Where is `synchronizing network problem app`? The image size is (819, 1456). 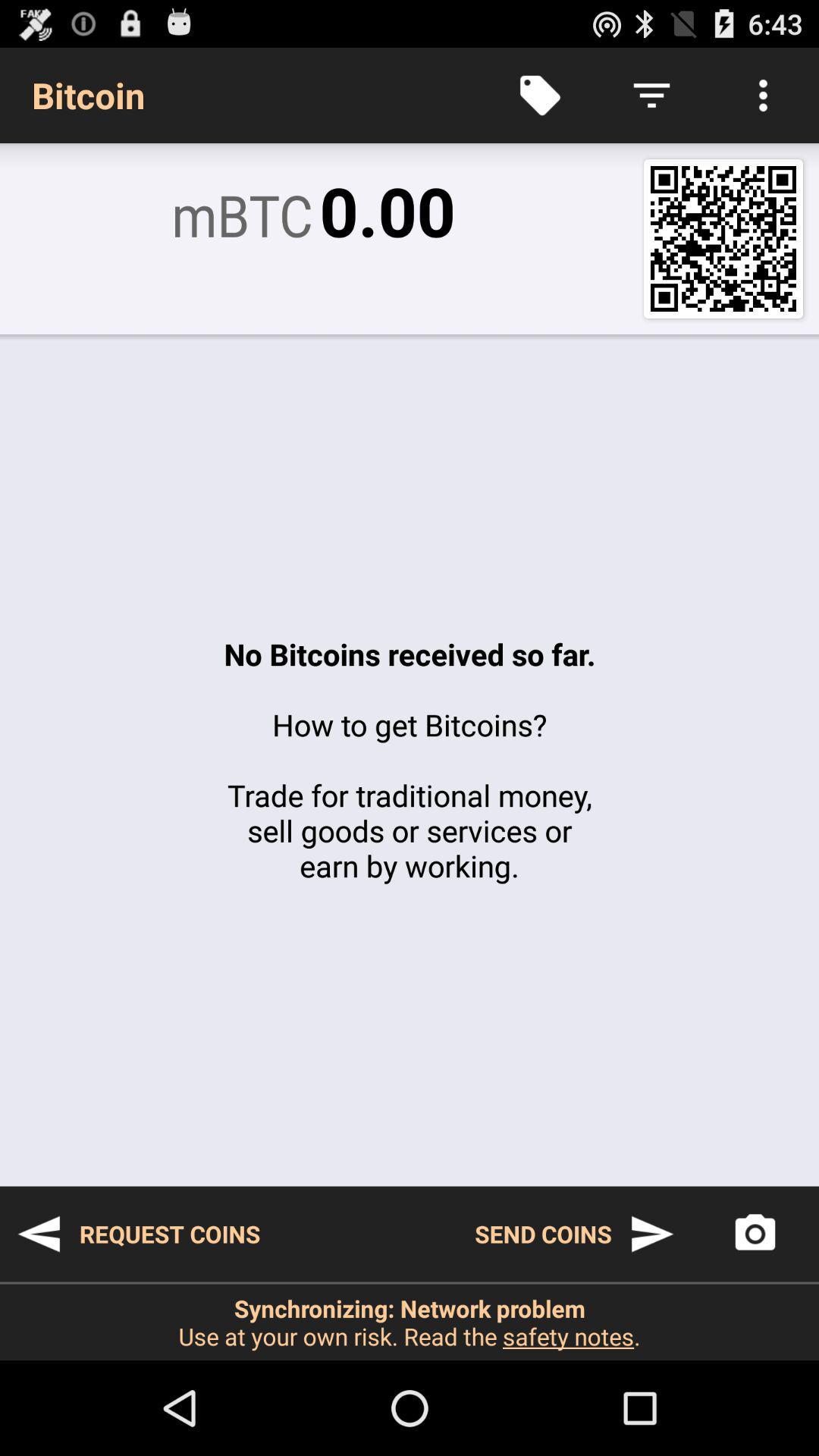 synchronizing network problem app is located at coordinates (409, 1321).